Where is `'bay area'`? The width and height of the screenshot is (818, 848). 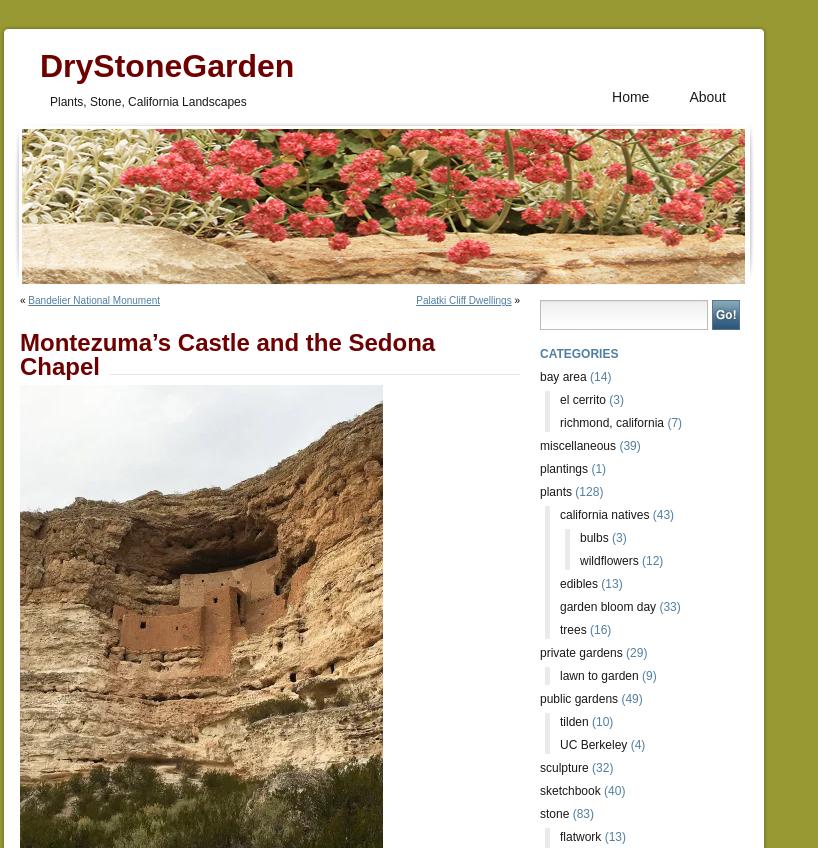
'bay area' is located at coordinates (539, 377).